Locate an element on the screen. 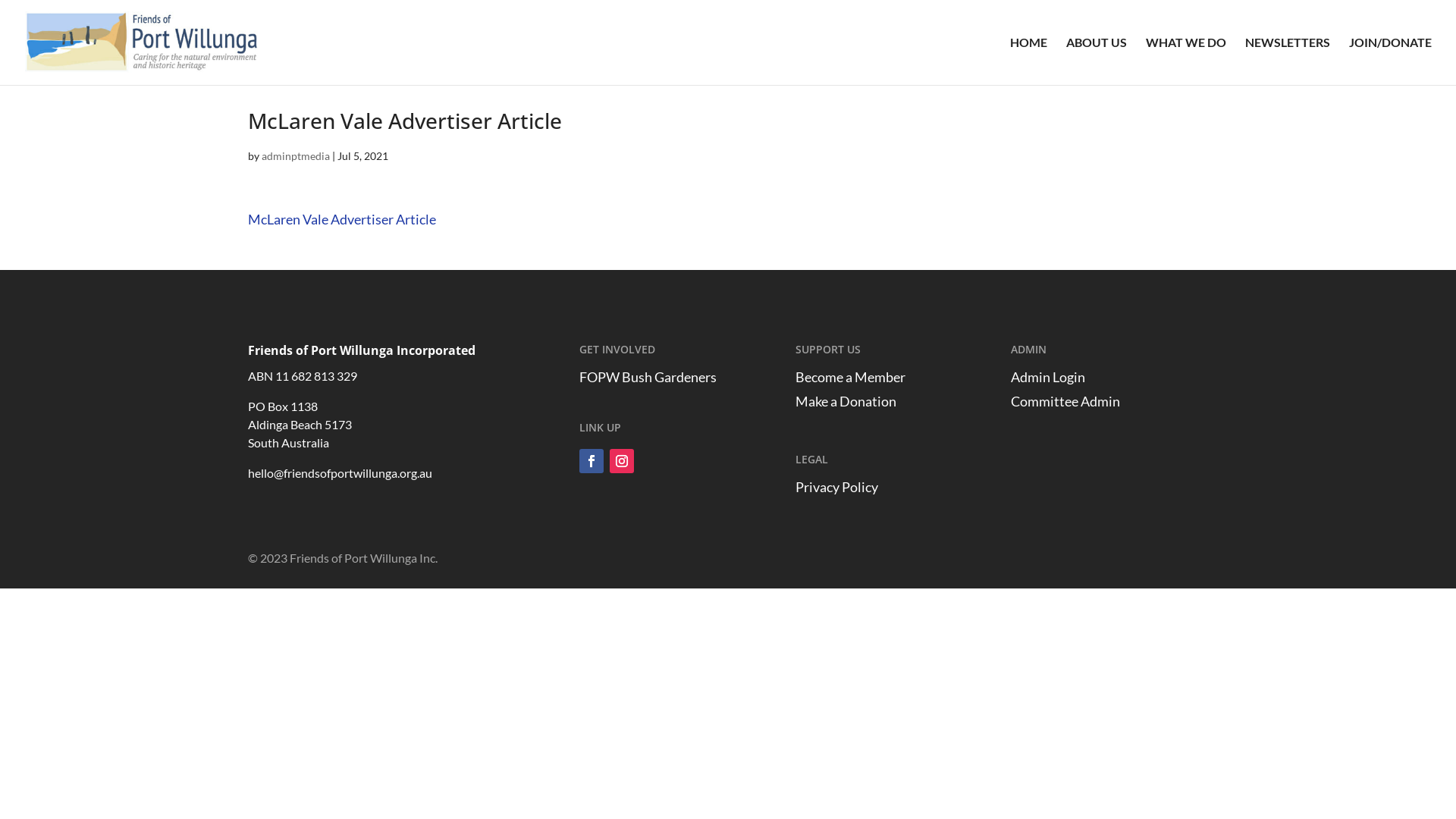  'FOPW Bush Gardeners' is located at coordinates (648, 376).